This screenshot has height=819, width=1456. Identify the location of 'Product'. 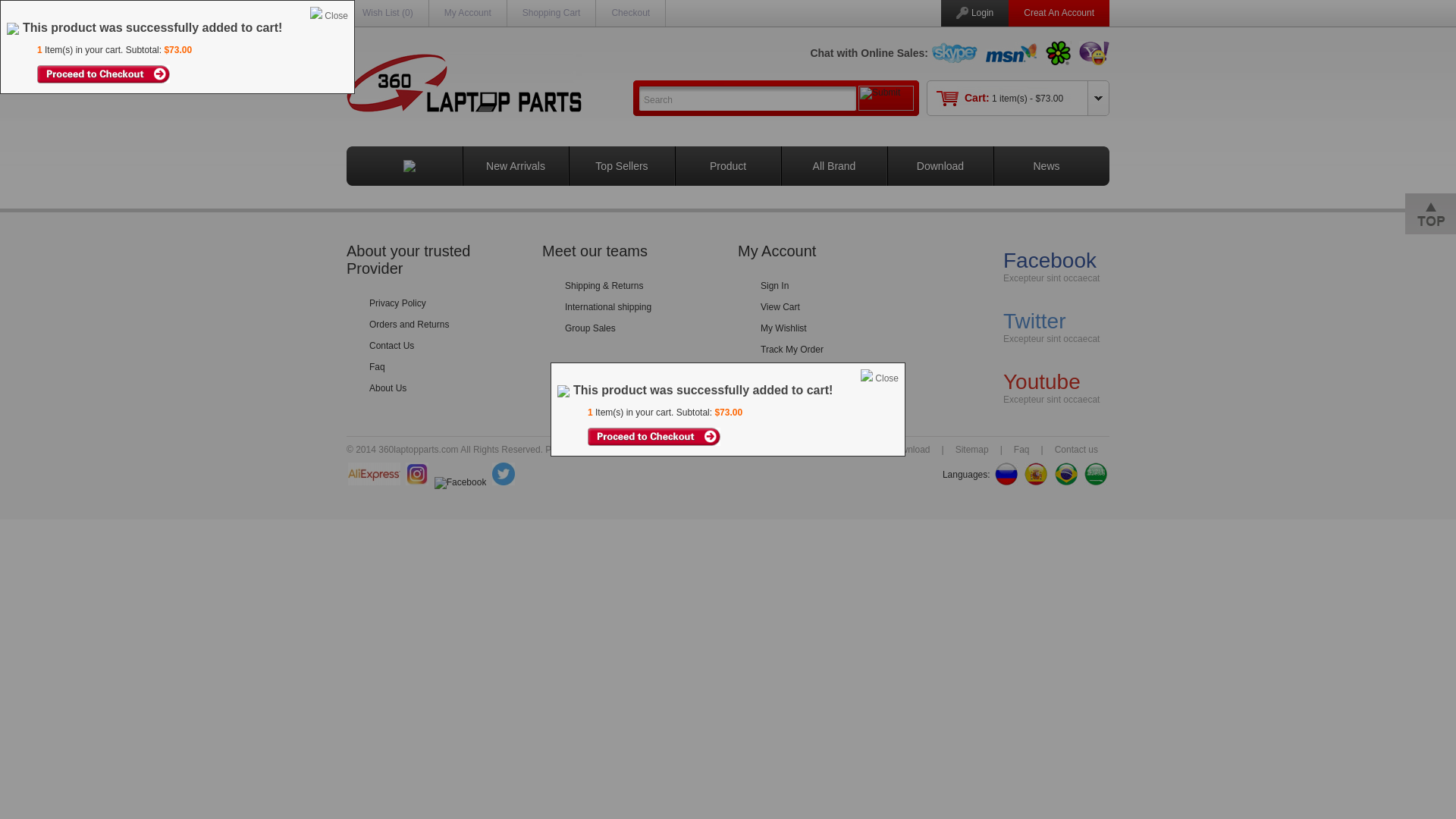
(728, 166).